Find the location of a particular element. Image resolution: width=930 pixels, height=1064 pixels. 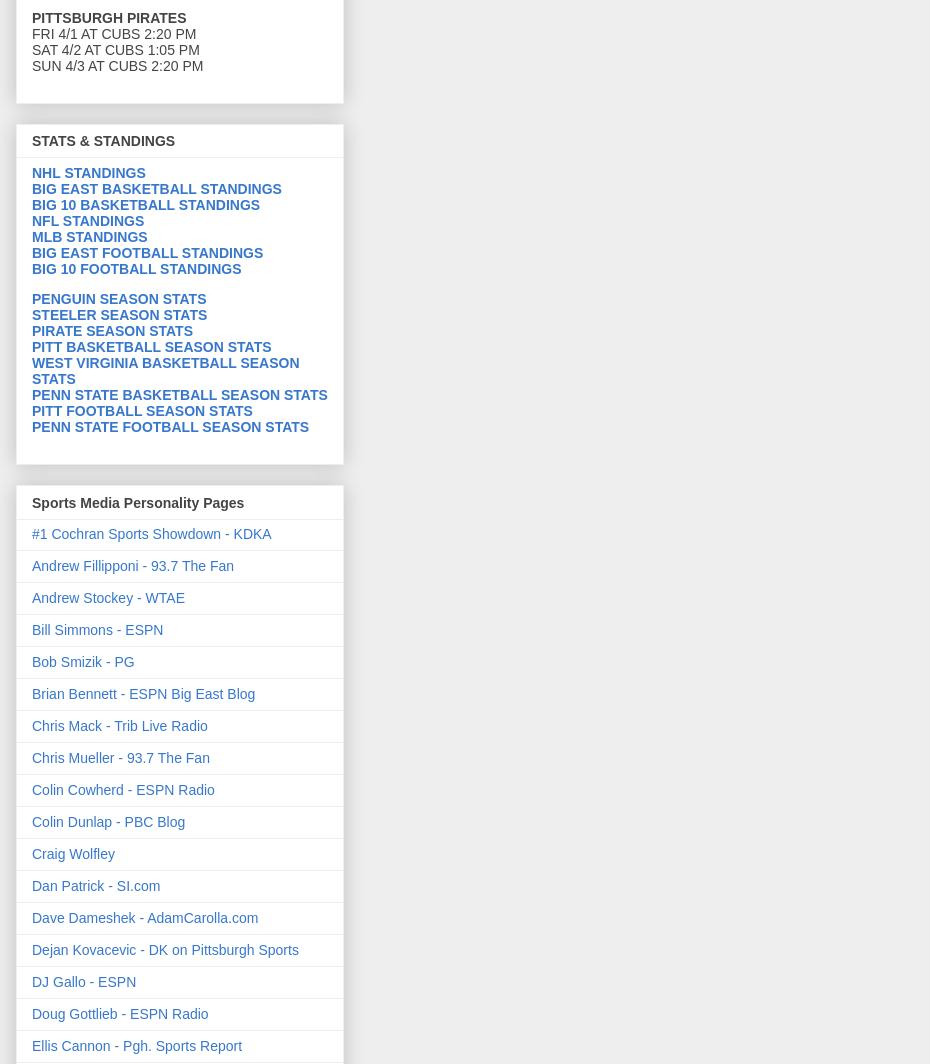

'PITTSBURGH PIRATES' is located at coordinates (108, 17).